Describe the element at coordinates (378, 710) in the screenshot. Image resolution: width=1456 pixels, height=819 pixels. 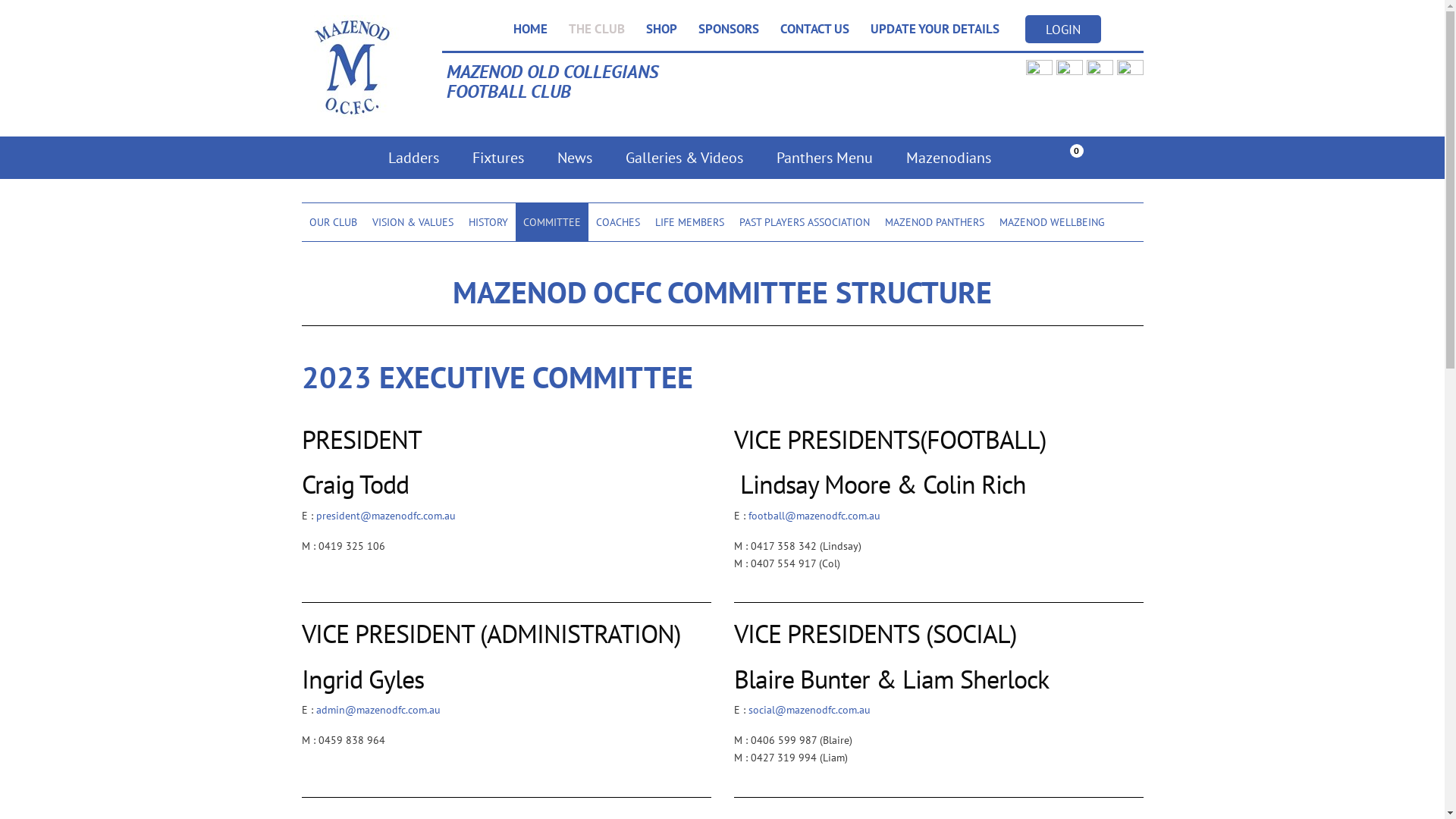
I see `'admin@mazenodfc.com.au'` at that location.